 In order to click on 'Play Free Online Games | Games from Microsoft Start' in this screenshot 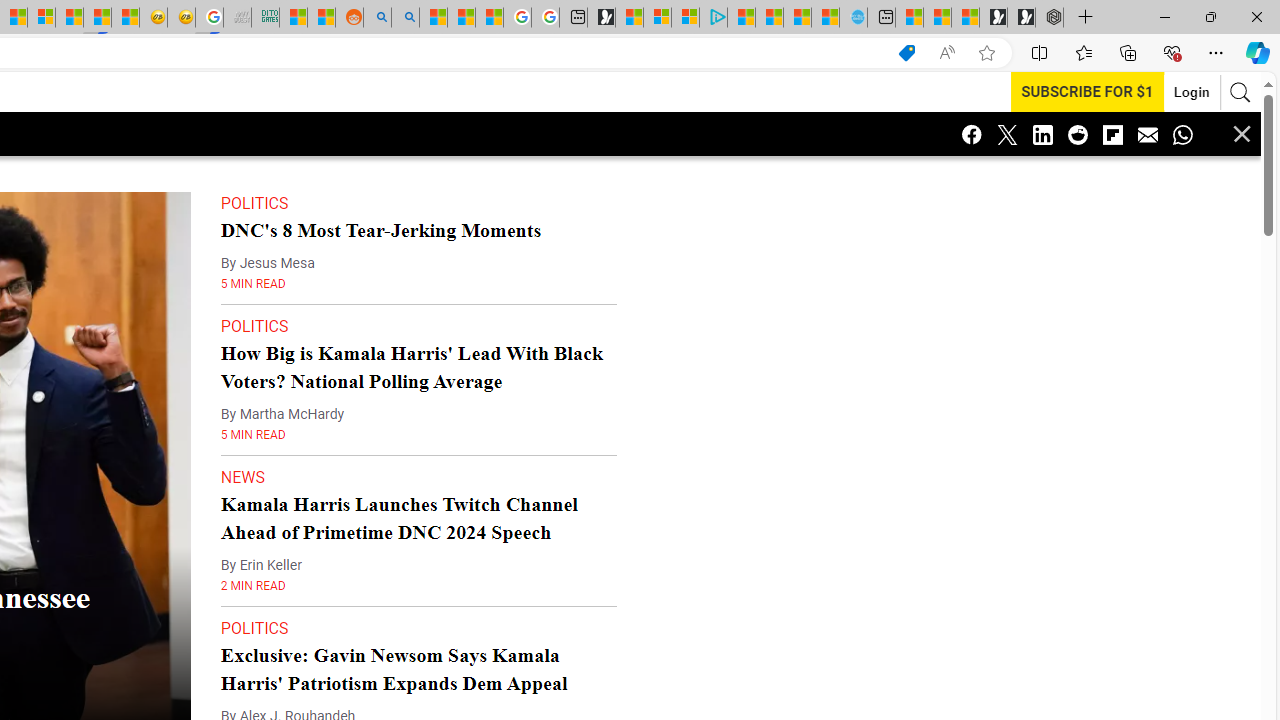, I will do `click(1021, 17)`.